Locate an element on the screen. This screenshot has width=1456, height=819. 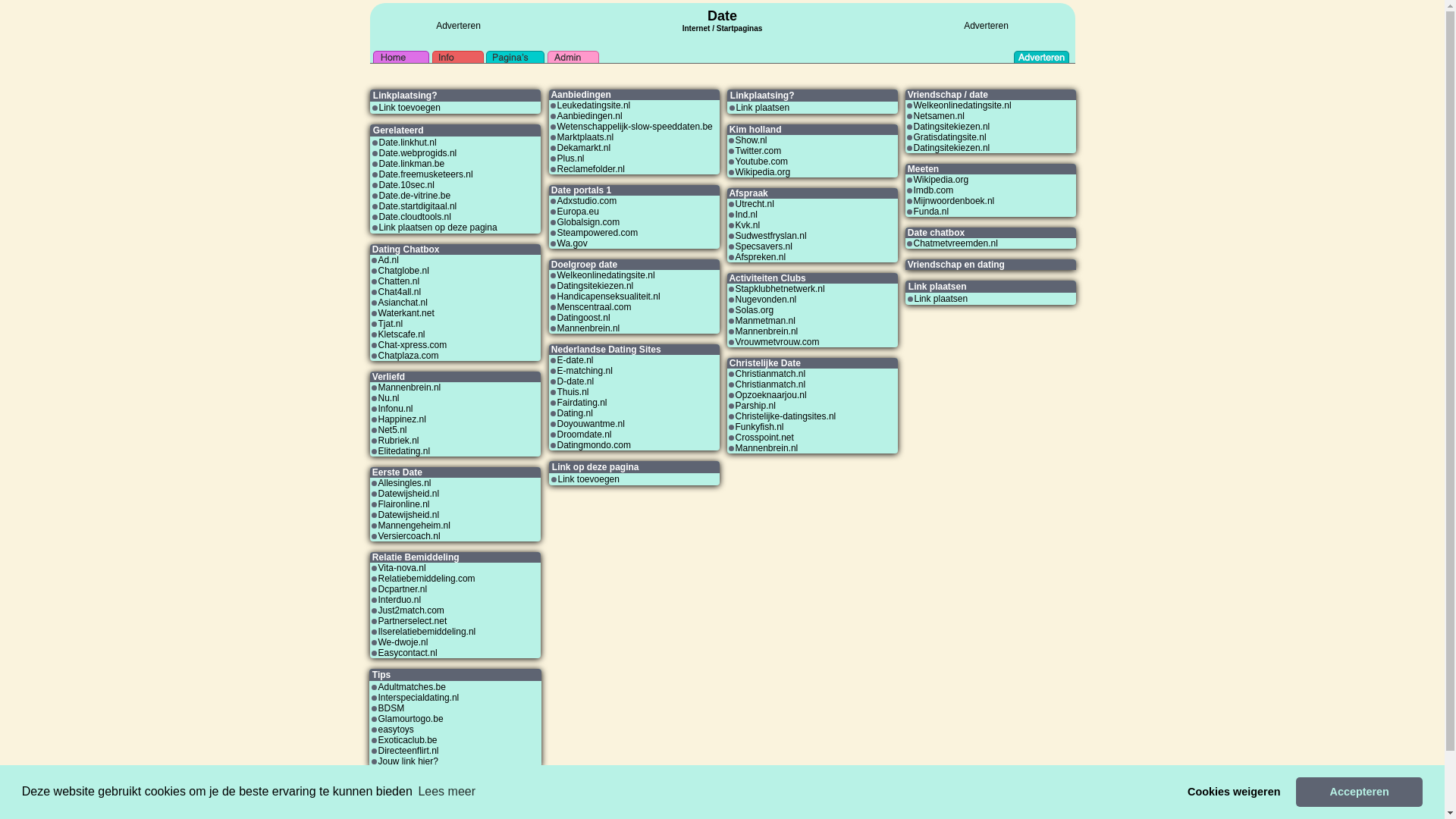
'Manmetman.nl' is located at coordinates (765, 320).